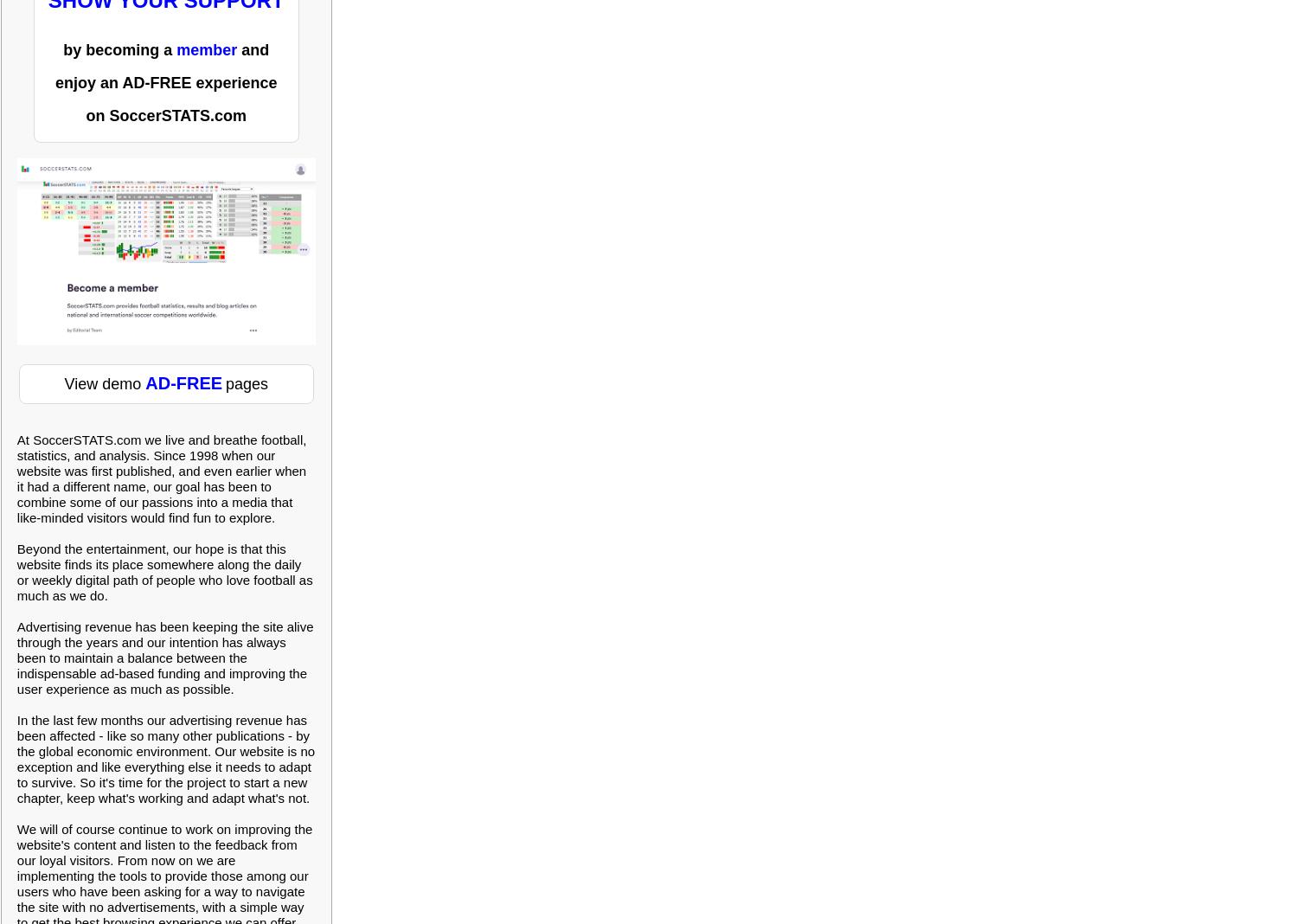 This screenshot has width=1301, height=924. Describe the element at coordinates (62, 48) in the screenshot. I see `'by becoming a'` at that location.